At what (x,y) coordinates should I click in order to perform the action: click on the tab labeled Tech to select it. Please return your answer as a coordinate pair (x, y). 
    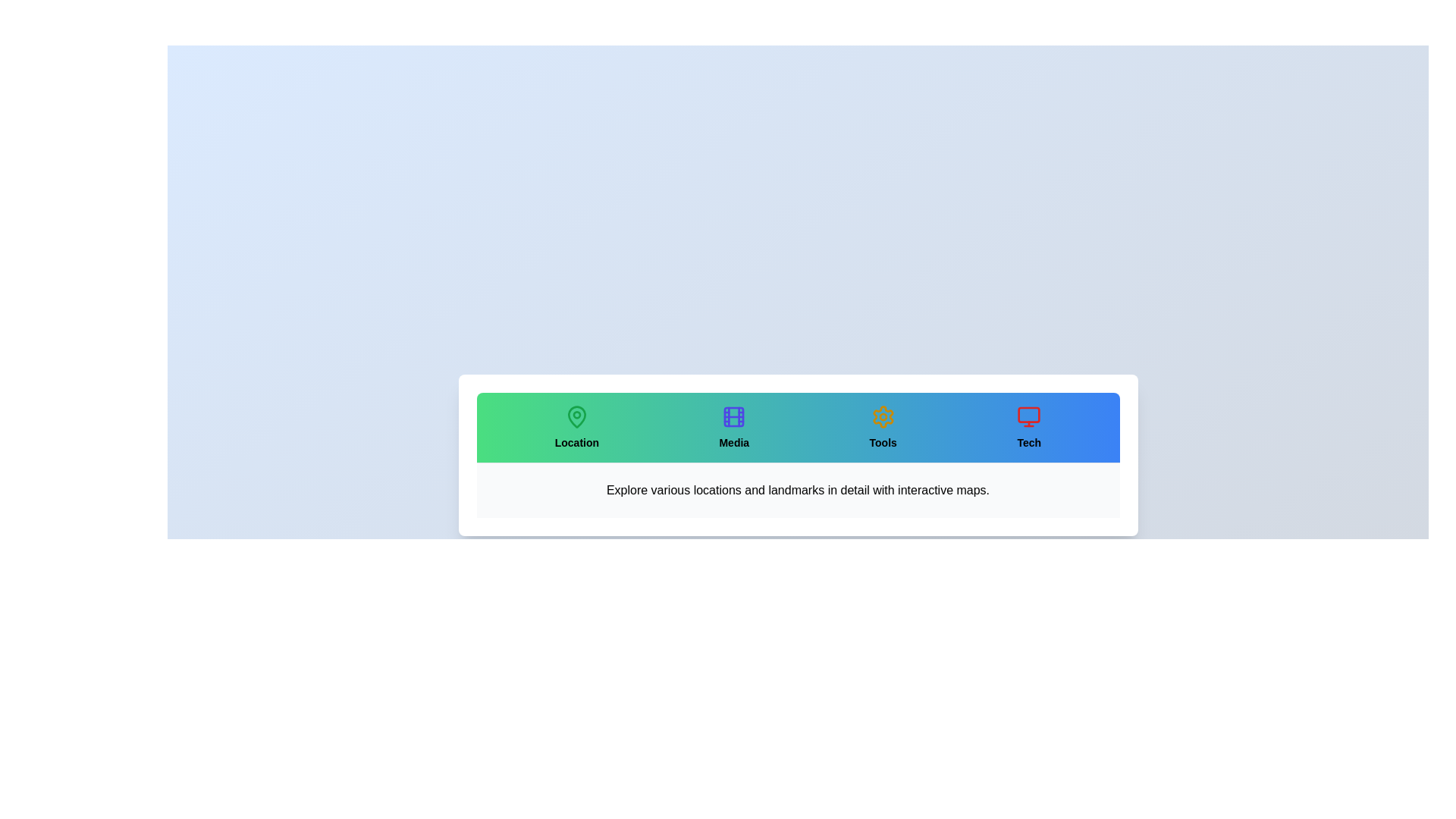
    Looking at the image, I should click on (1029, 427).